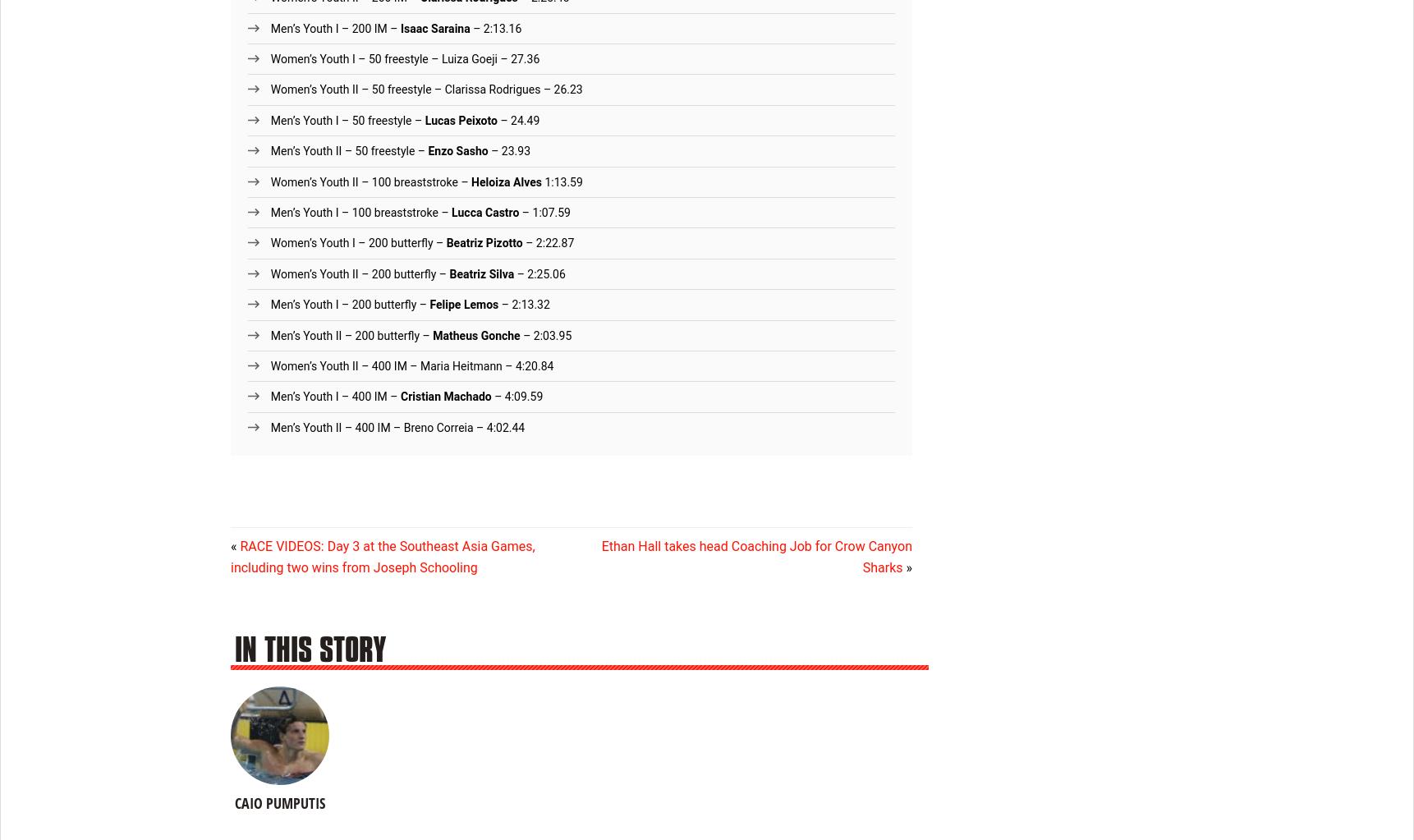 Image resolution: width=1414 pixels, height=840 pixels. Describe the element at coordinates (269, 58) in the screenshot. I see `'Women’s Youth I – 50 freestyle – Luiza Goeji – 27.36'` at that location.